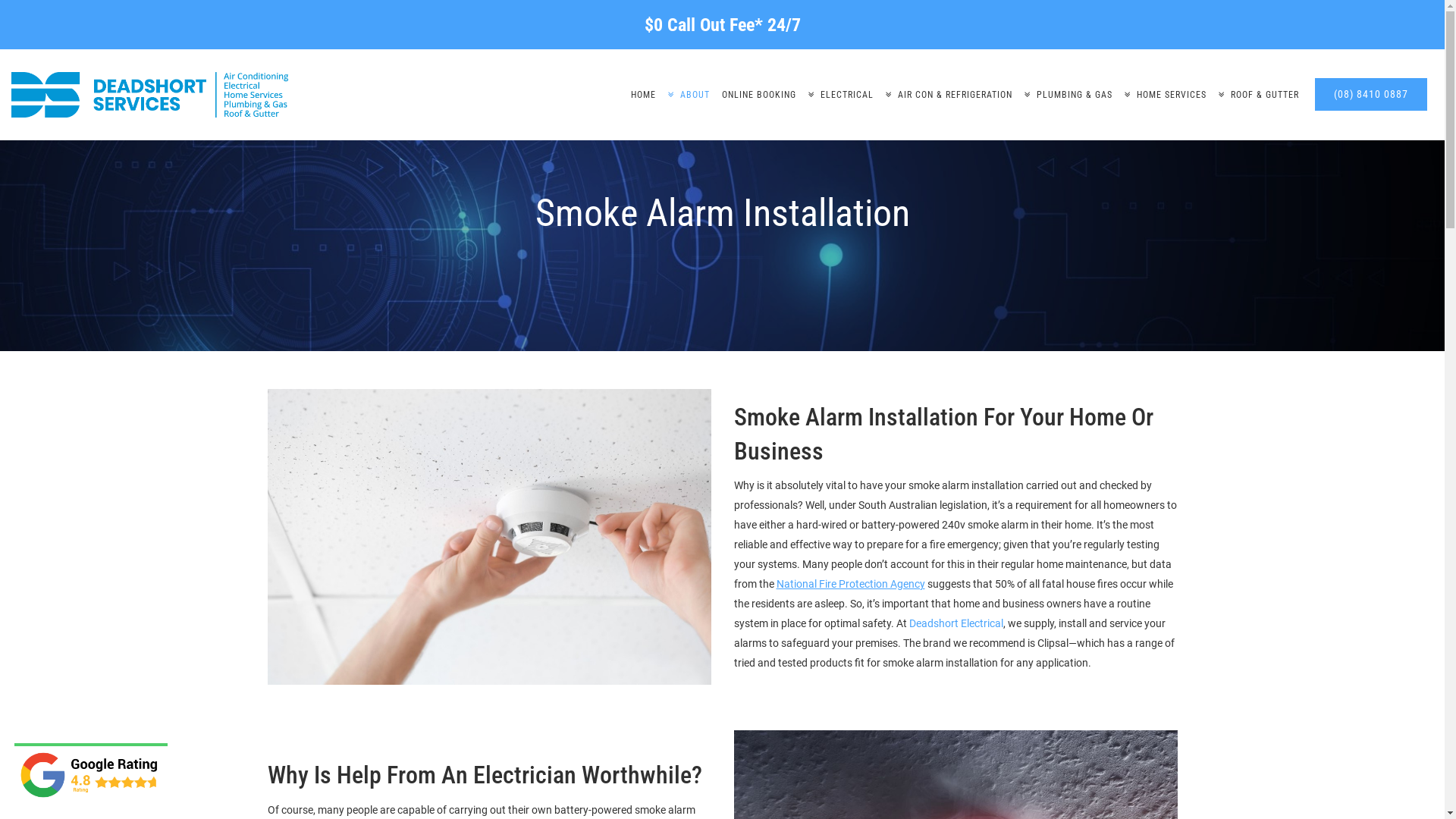 Image resolution: width=1456 pixels, height=819 pixels. Describe the element at coordinates (688, 94) in the screenshot. I see `'ABOUT'` at that location.